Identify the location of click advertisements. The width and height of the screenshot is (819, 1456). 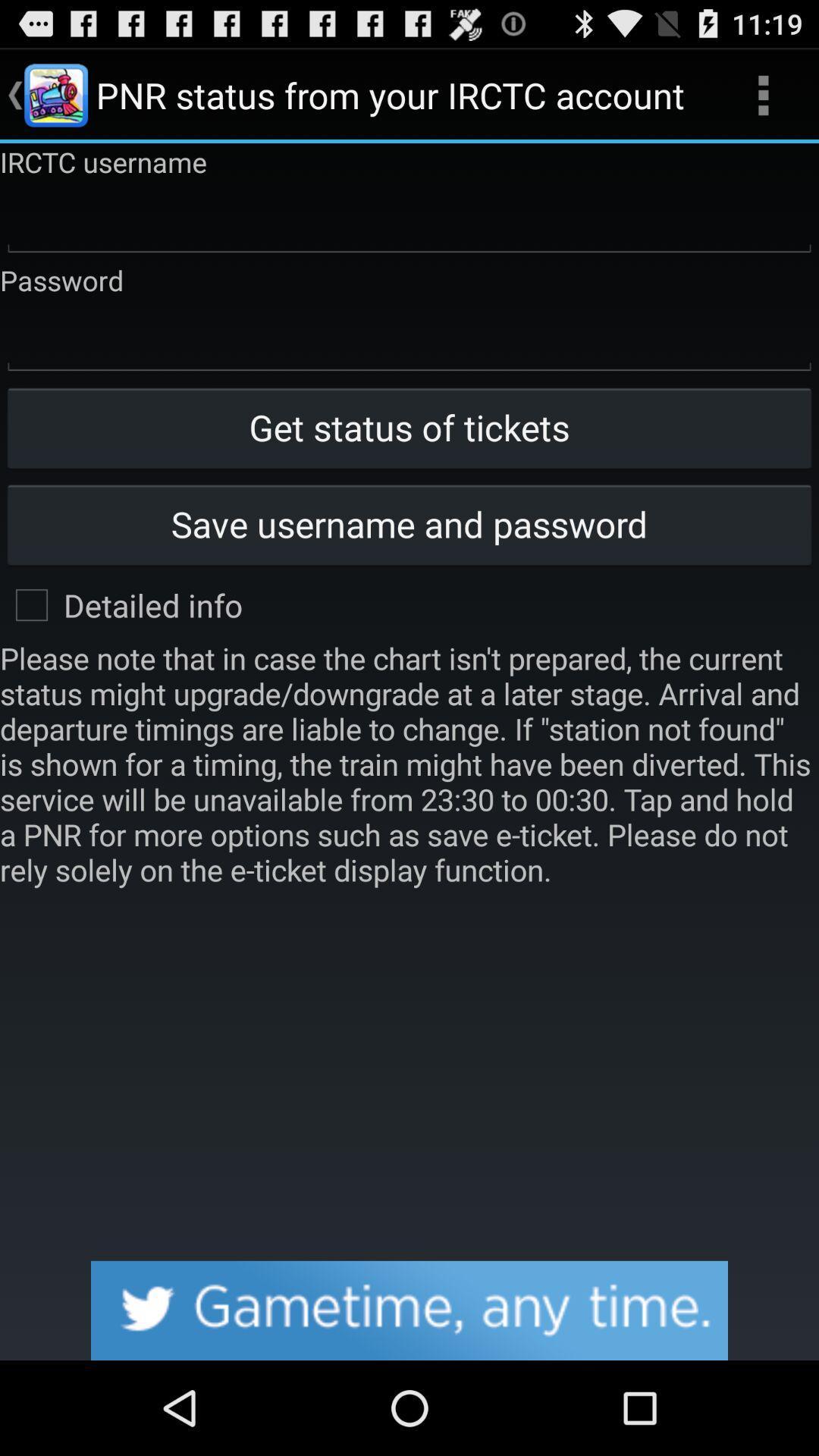
(409, 1310).